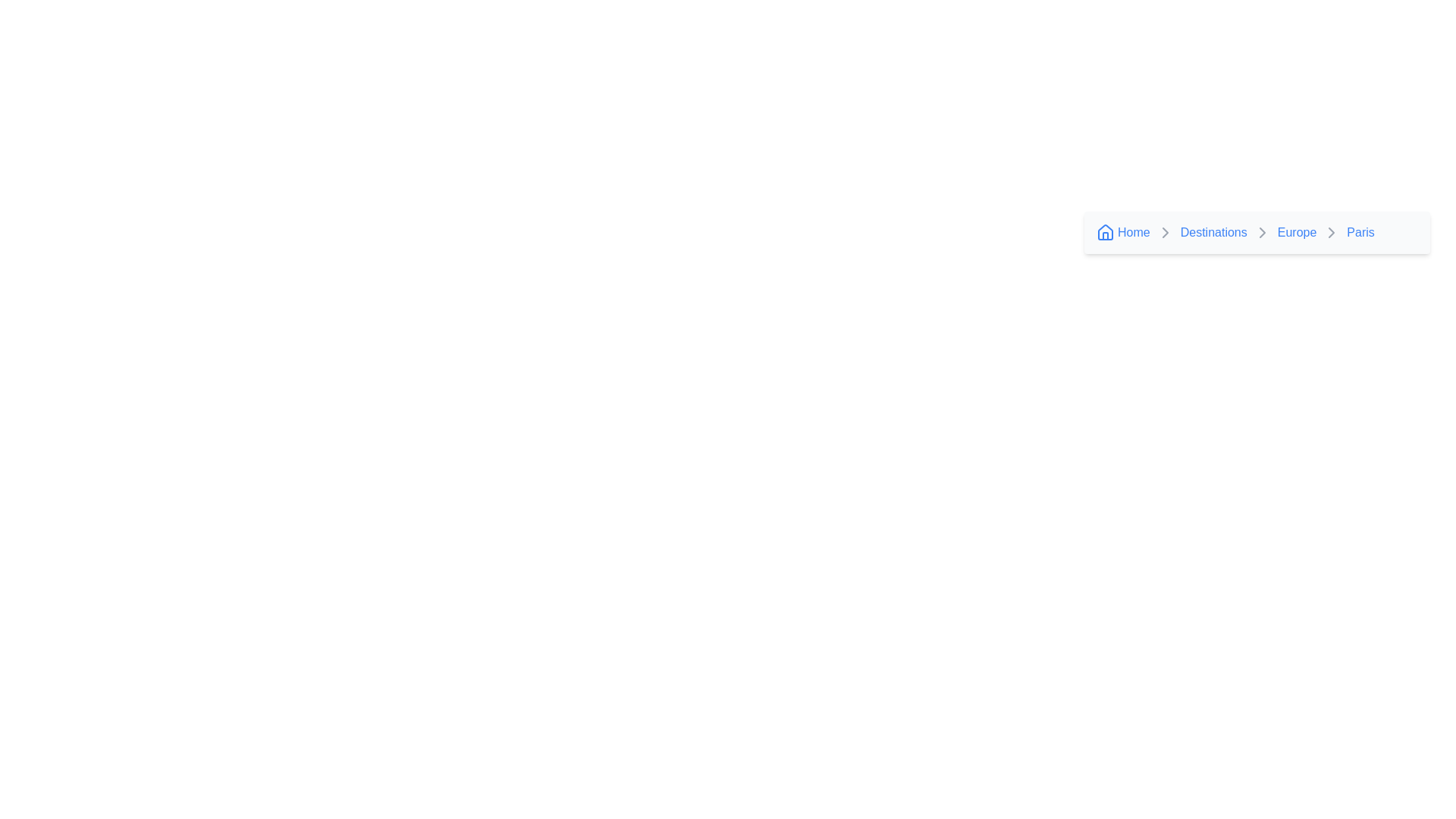 This screenshot has width=1456, height=819. I want to click on the Icon (Chevron) in the breadcrumb navigation, which visually separates the 'Destinations' link and 'Europe' breadcrumb item, so click(1262, 233).